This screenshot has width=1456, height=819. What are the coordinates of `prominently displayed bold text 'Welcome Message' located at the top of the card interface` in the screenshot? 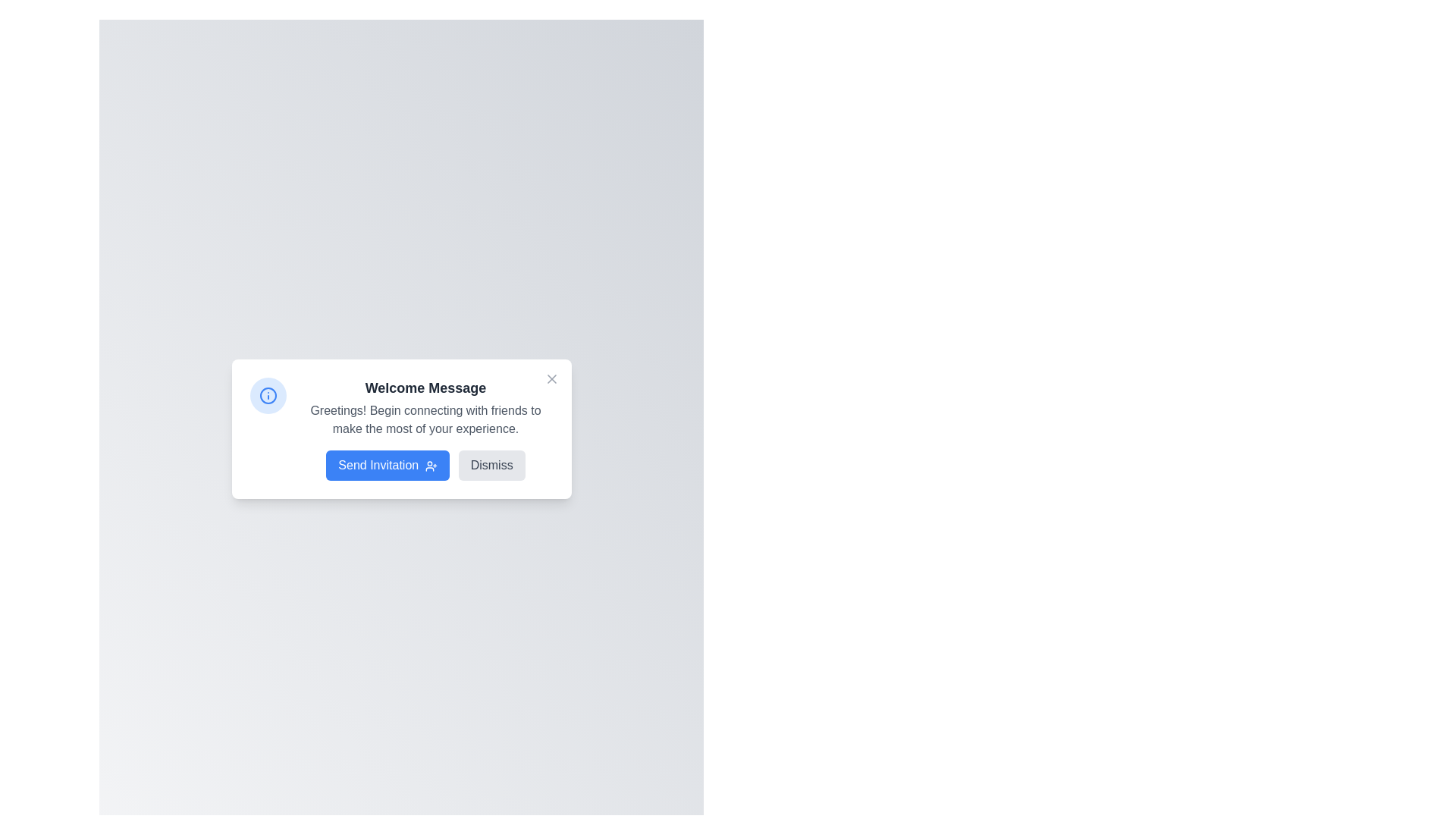 It's located at (425, 388).